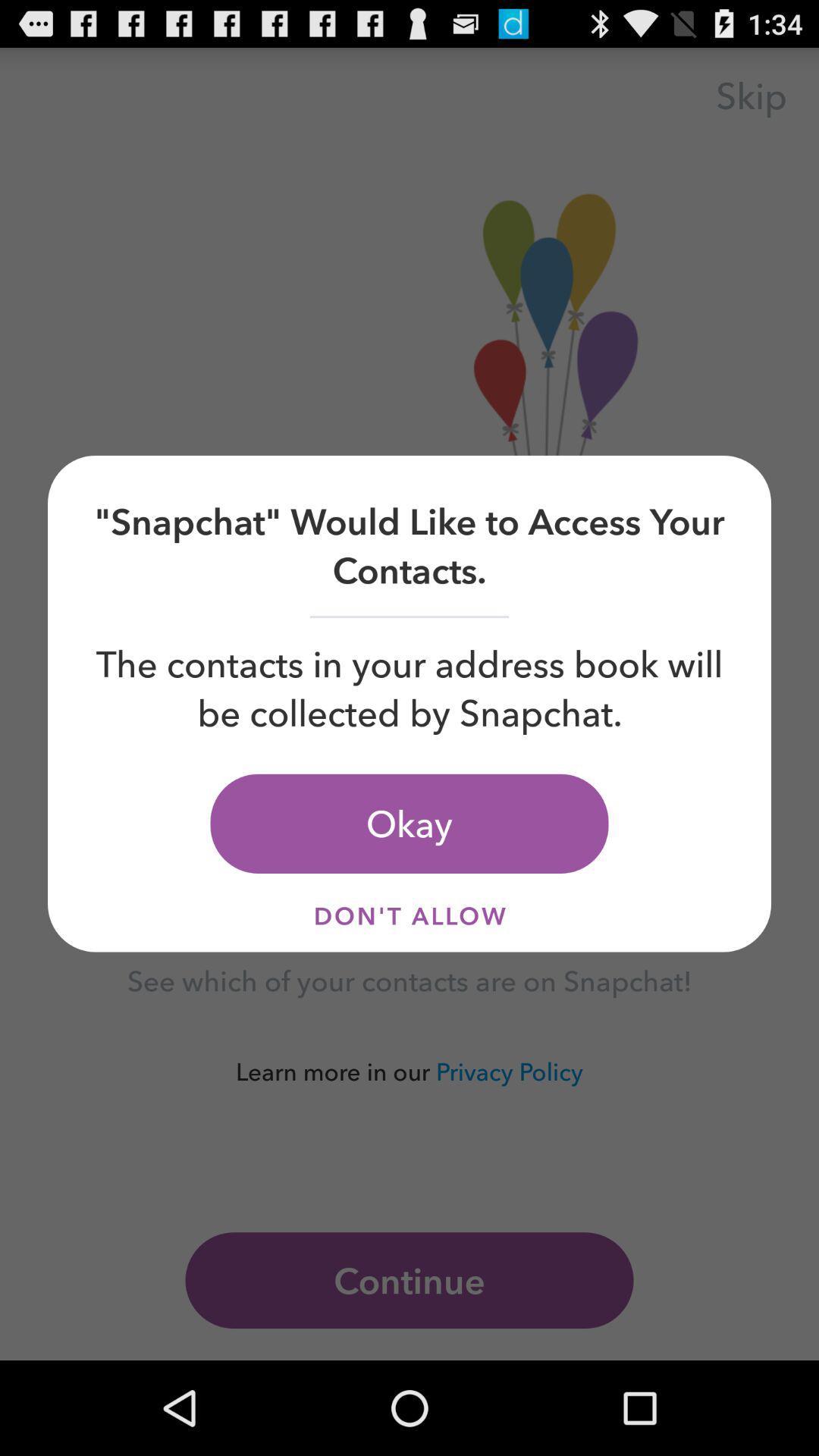 This screenshot has width=819, height=1456. What do you see at coordinates (409, 823) in the screenshot?
I see `the icon below the the contacts in` at bounding box center [409, 823].